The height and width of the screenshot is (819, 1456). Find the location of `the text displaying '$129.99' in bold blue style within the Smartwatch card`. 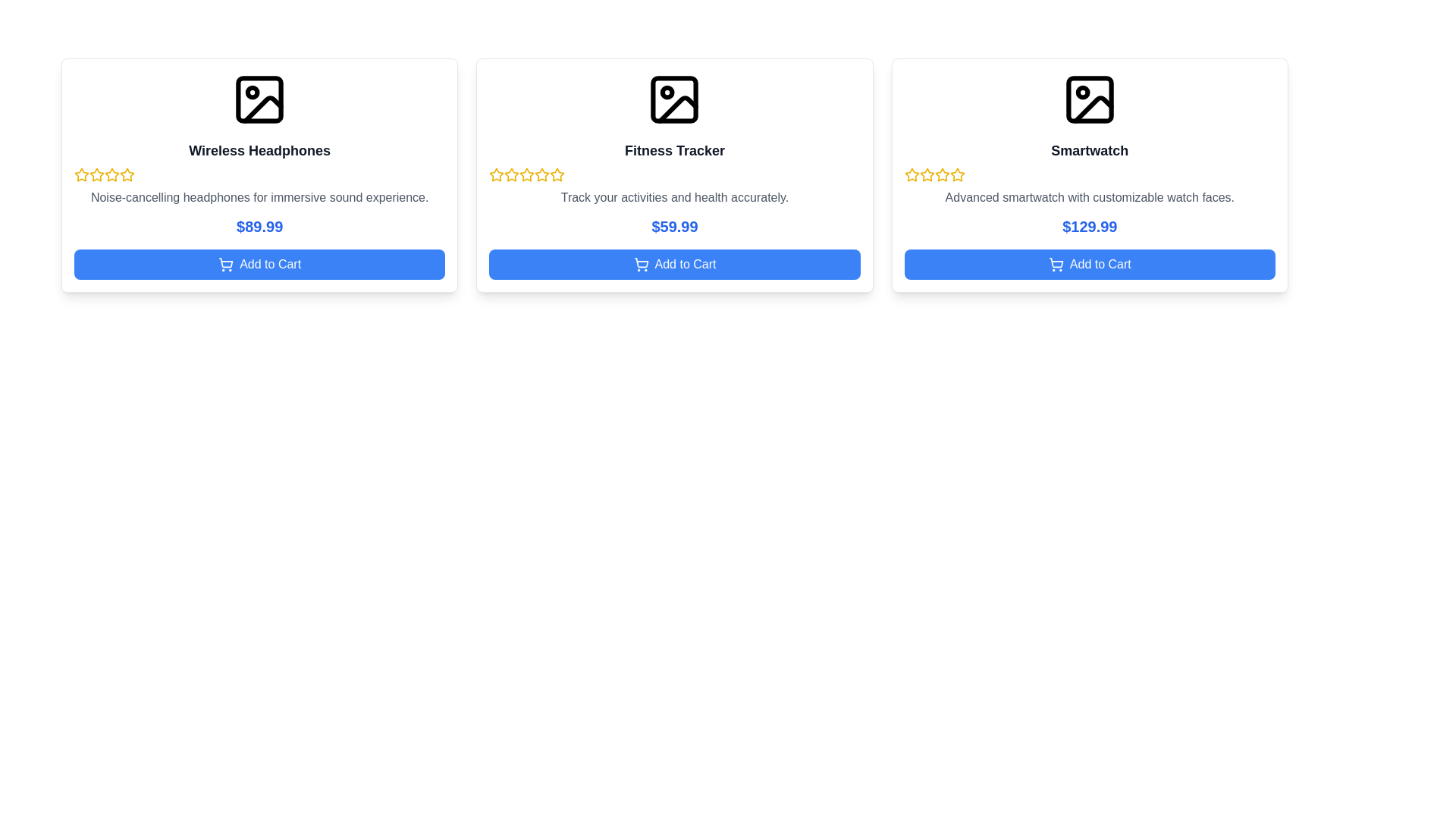

the text displaying '$129.99' in bold blue style within the Smartwatch card is located at coordinates (1089, 227).